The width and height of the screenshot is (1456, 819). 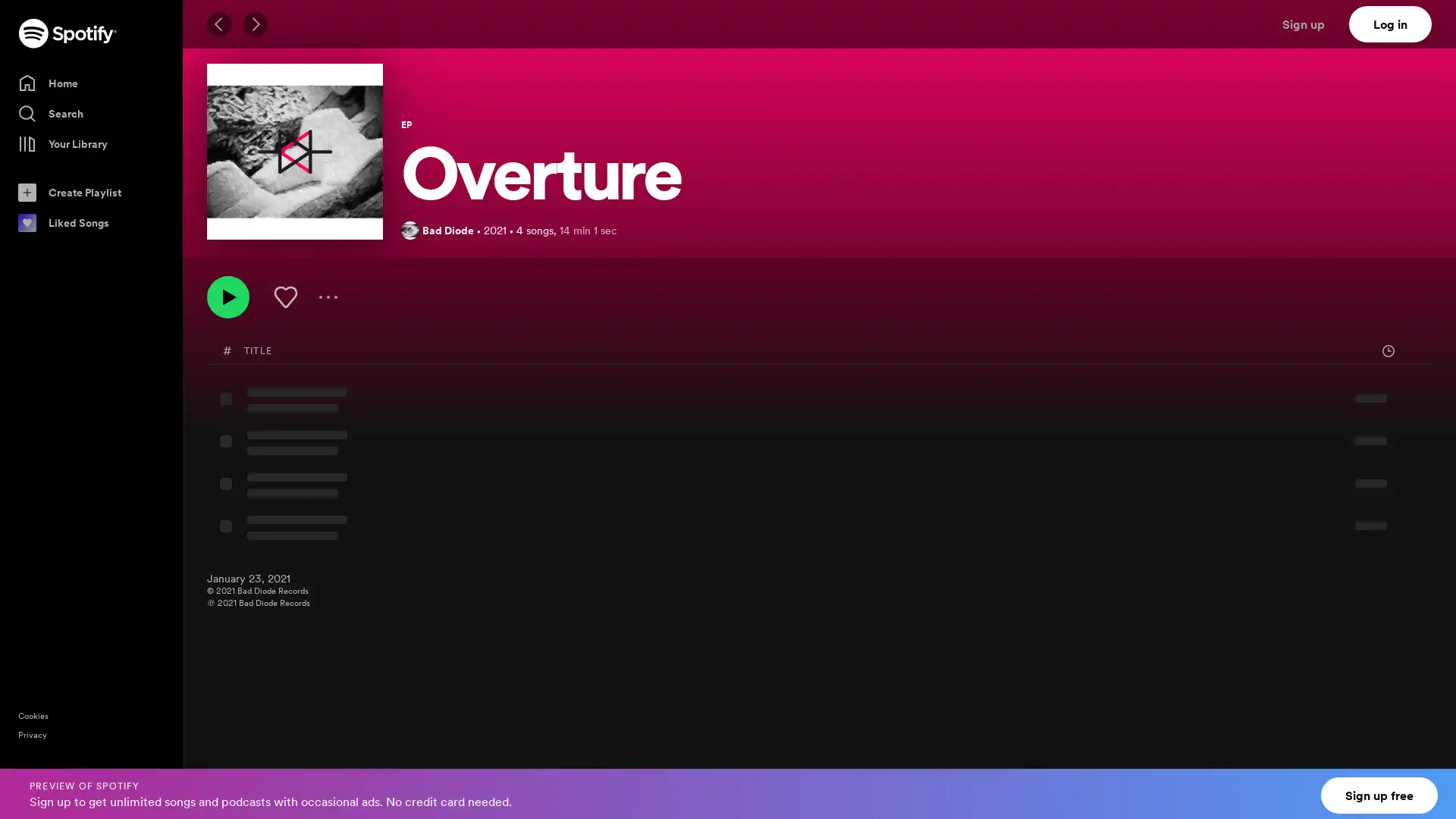 What do you see at coordinates (1430, 784) in the screenshot?
I see `Close` at bounding box center [1430, 784].